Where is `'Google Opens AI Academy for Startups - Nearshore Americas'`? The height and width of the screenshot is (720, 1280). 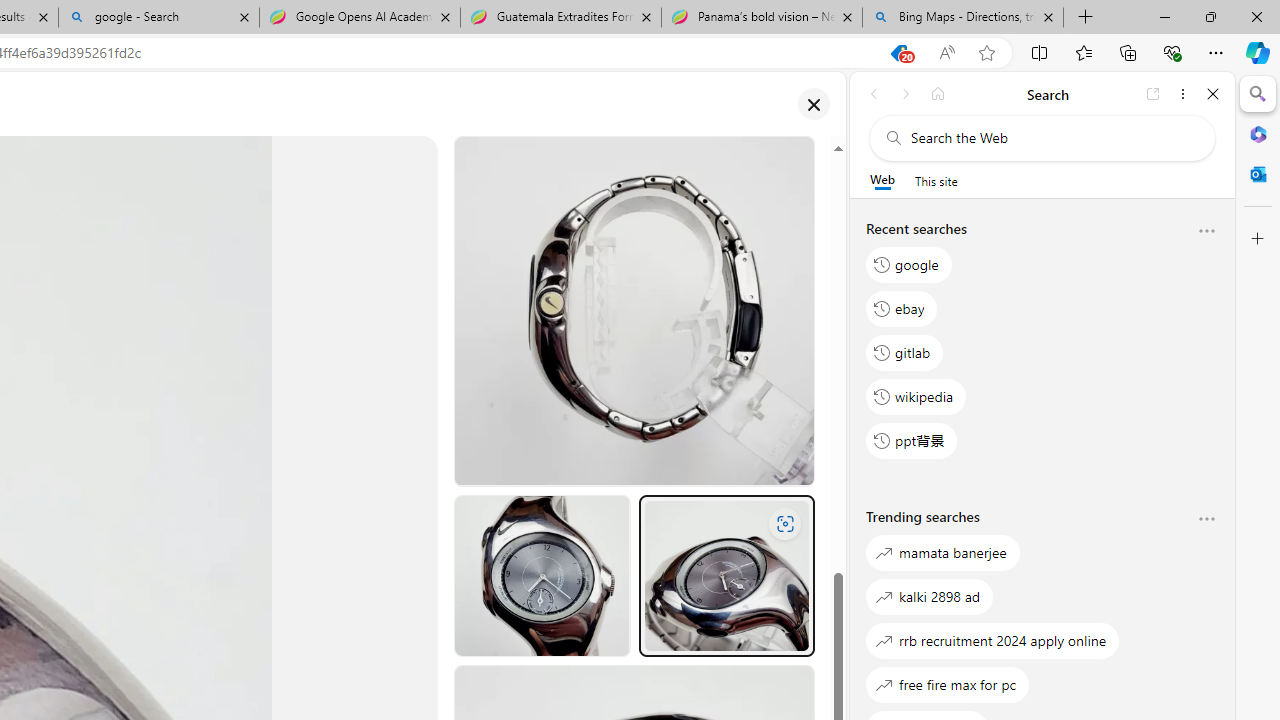
'Google Opens AI Academy for Startups - Nearshore Americas' is located at coordinates (359, 17).